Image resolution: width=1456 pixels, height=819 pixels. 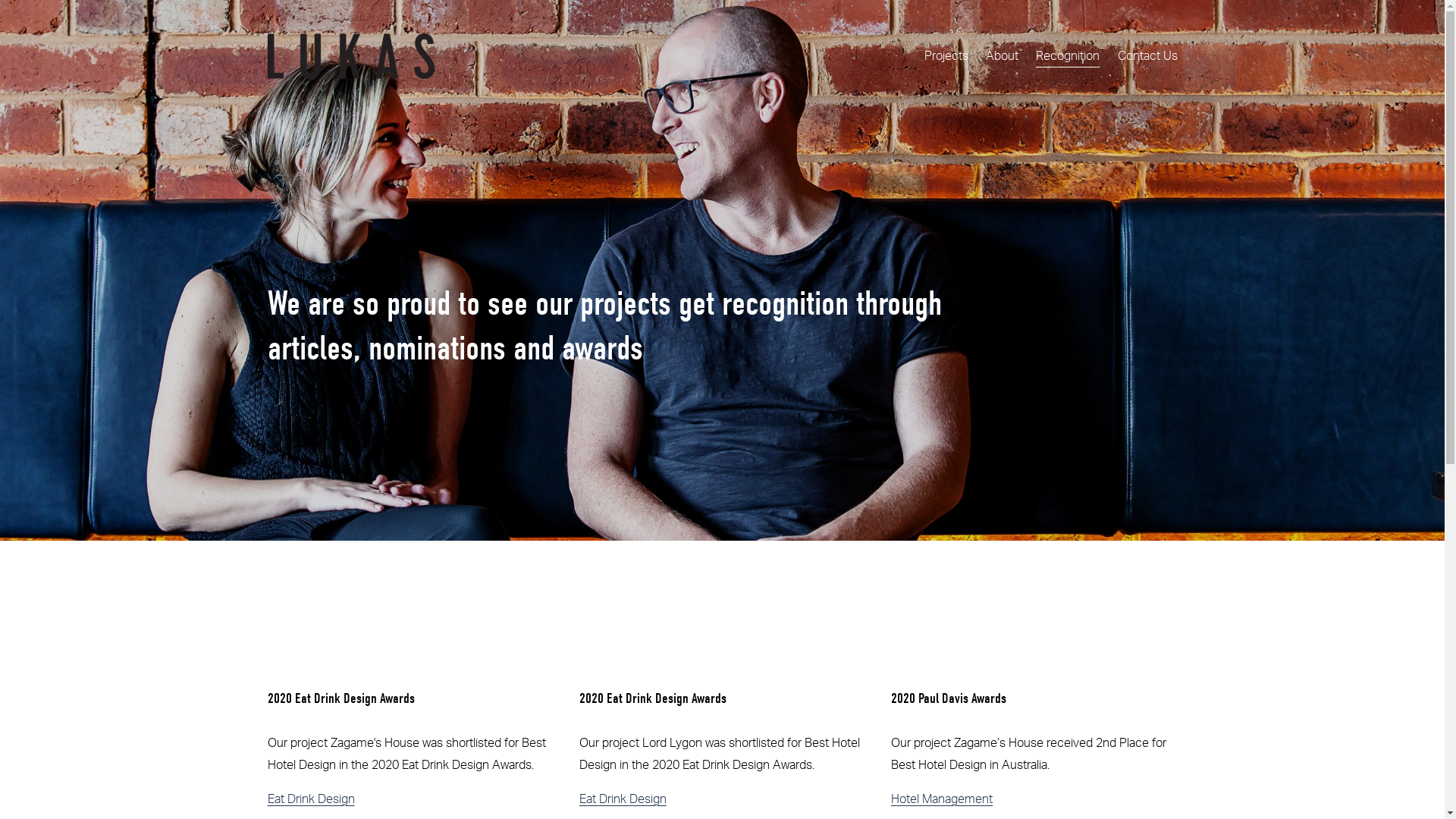 What do you see at coordinates (1002, 55) in the screenshot?
I see `'About'` at bounding box center [1002, 55].